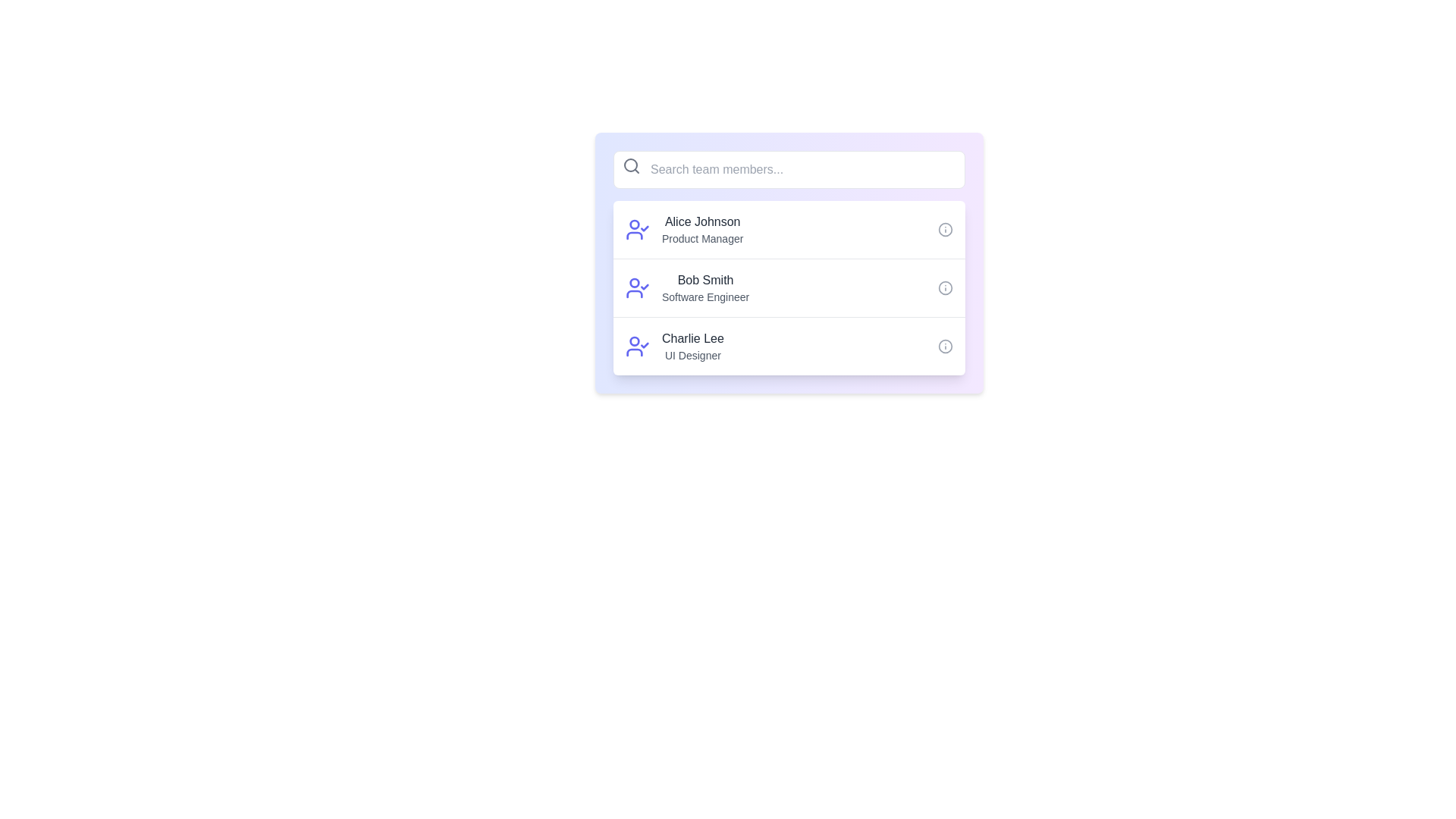 Image resolution: width=1456 pixels, height=819 pixels. I want to click on the text label displaying 'Bob Smith' in a bold, dark gray font, which is part of the second list item in a vertical list of three, located above 'Software Engineer' and below 'Search team members...', so click(704, 281).